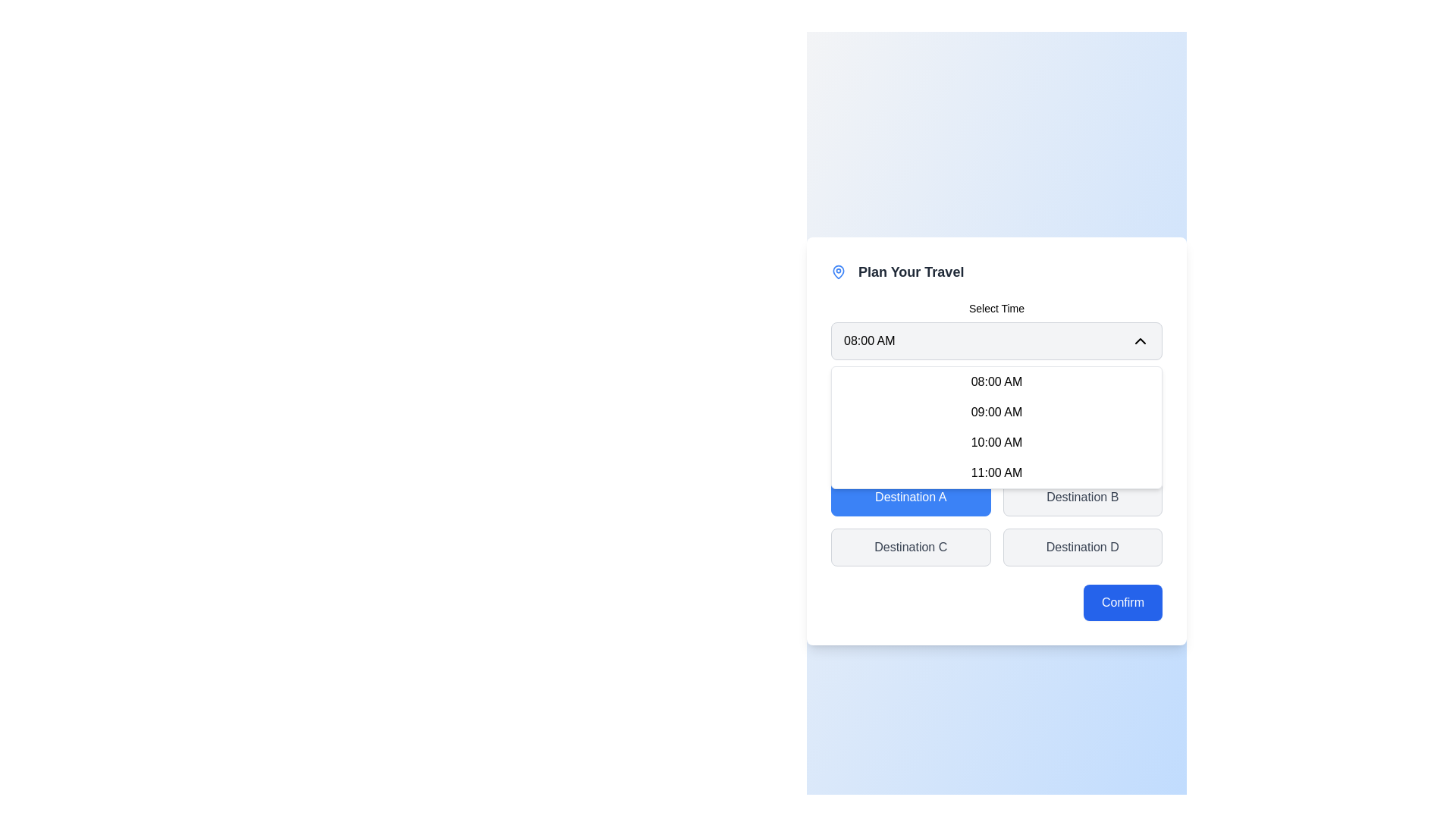 Image resolution: width=1456 pixels, height=819 pixels. I want to click on the '09:00 AM' time option in the dropdown menu, so click(996, 412).